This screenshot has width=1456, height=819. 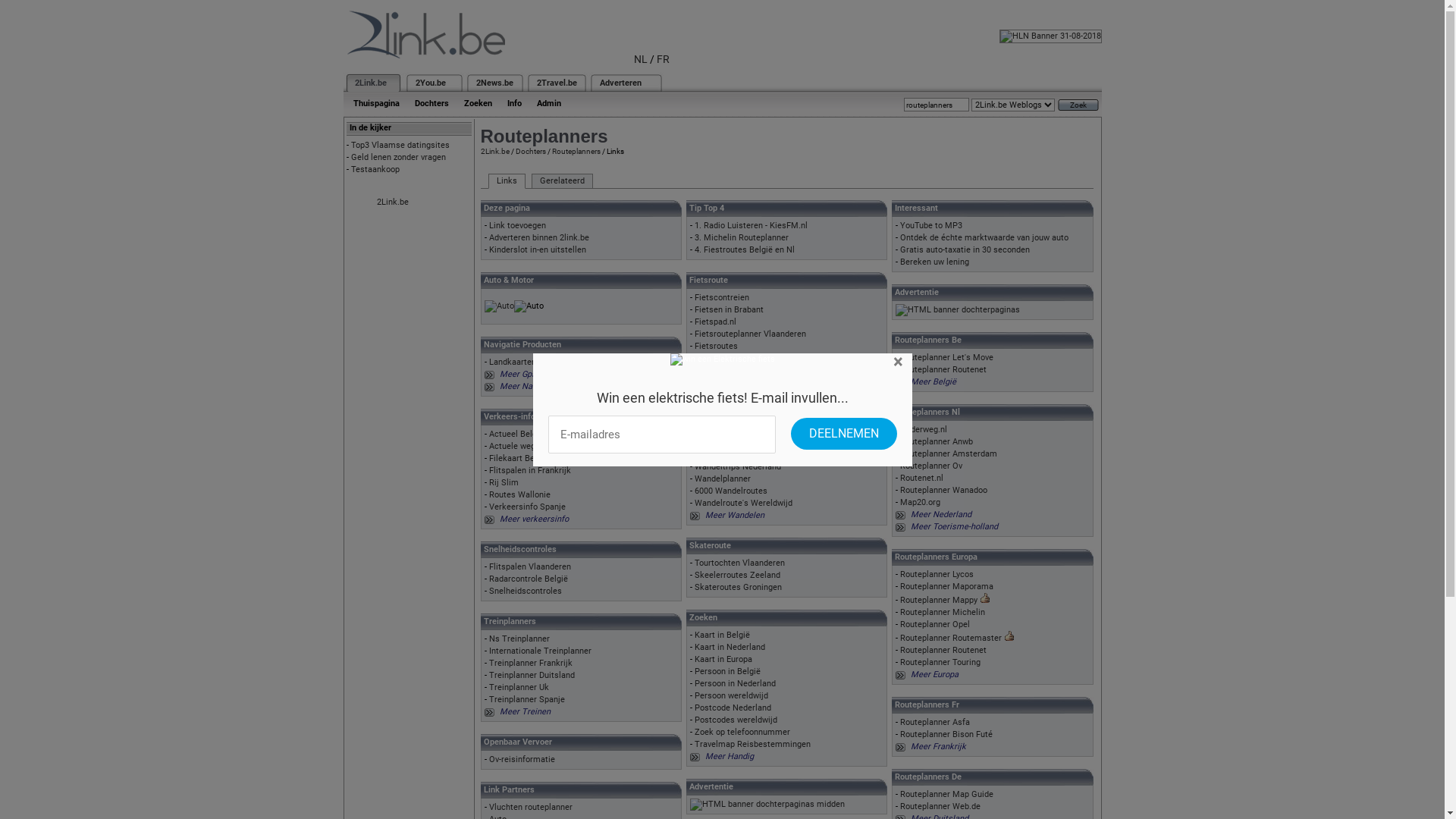 I want to click on 'Routeplanner Wanadoo', so click(x=943, y=490).